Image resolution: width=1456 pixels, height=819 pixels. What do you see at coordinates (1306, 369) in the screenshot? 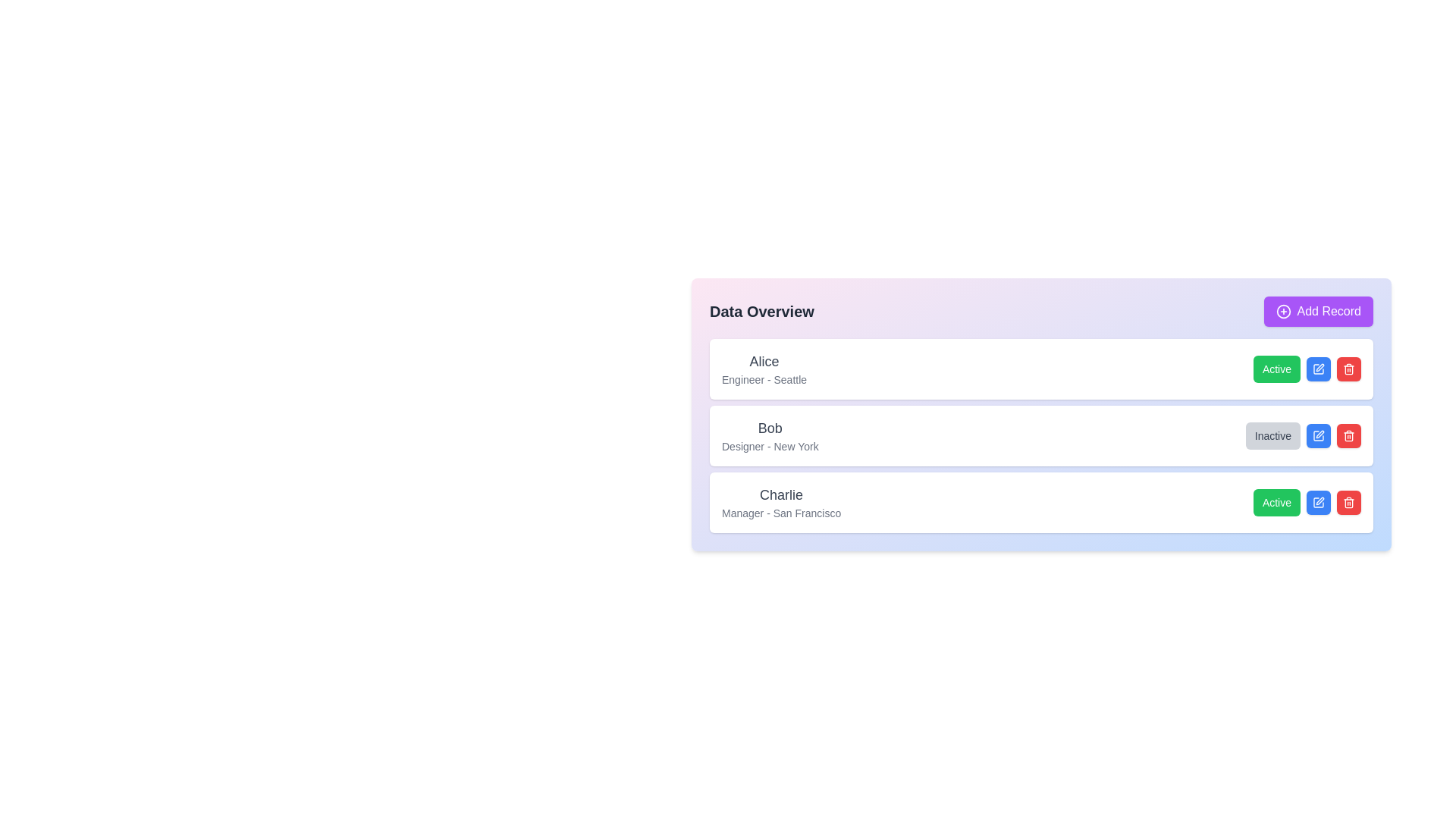
I see `the green 'Active' button to modify its state, which is located next to the blue edit button and the red delete button in the topmost record row` at bounding box center [1306, 369].